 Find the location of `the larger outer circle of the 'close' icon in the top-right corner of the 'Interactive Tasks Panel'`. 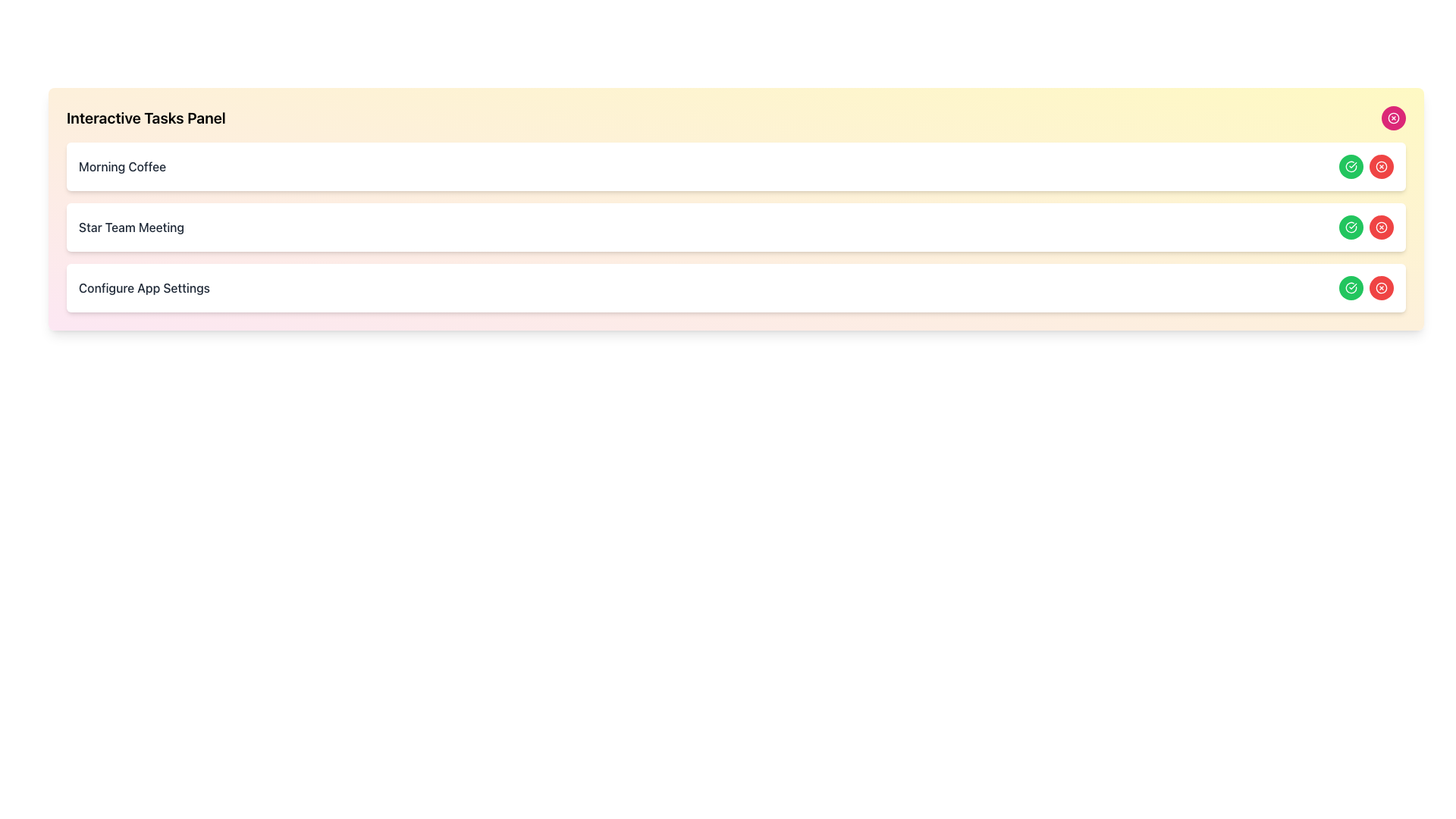

the larger outer circle of the 'close' icon in the top-right corner of the 'Interactive Tasks Panel' is located at coordinates (1382, 166).